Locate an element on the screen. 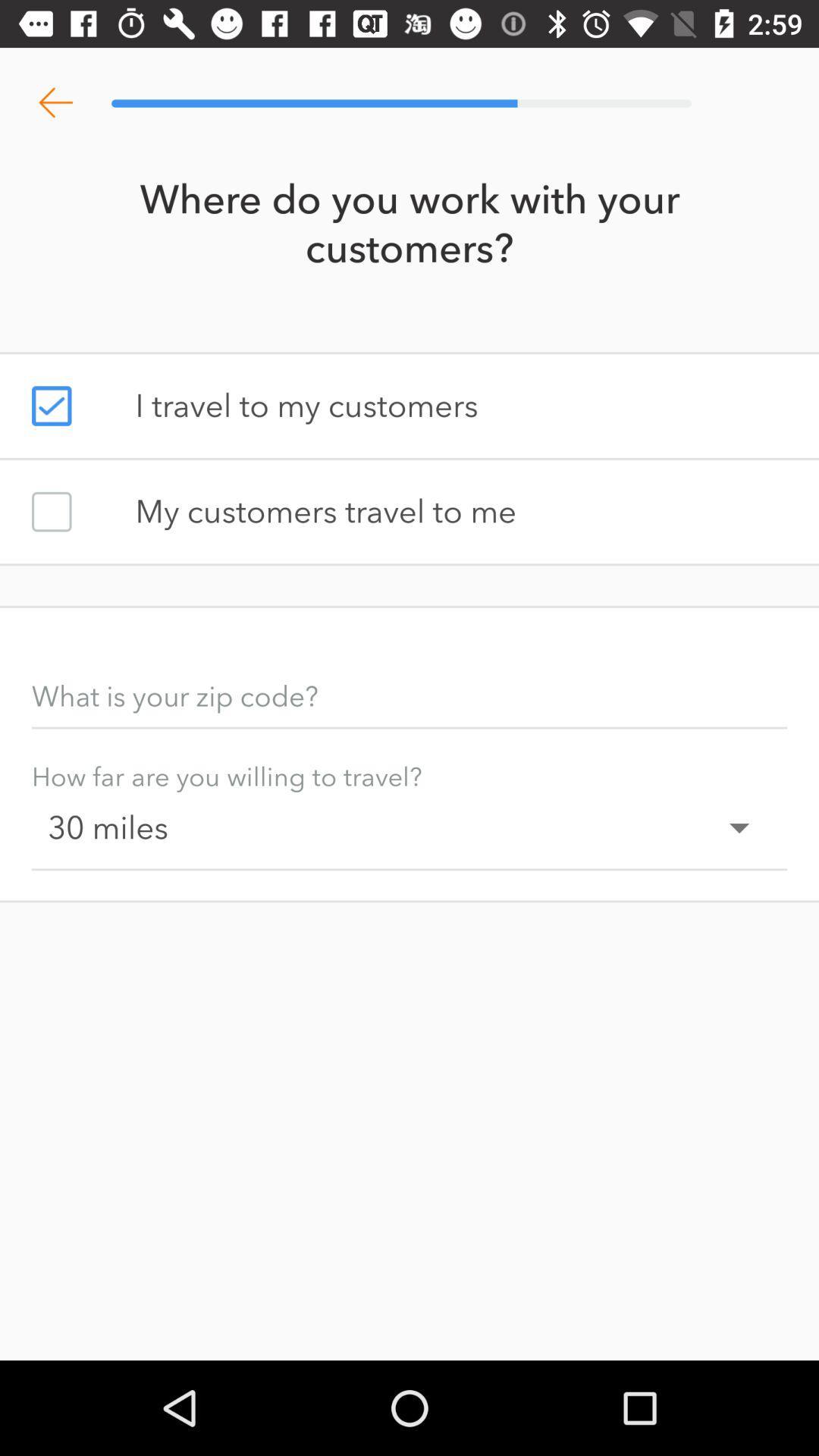 The height and width of the screenshot is (1456, 819). go back is located at coordinates (55, 102).